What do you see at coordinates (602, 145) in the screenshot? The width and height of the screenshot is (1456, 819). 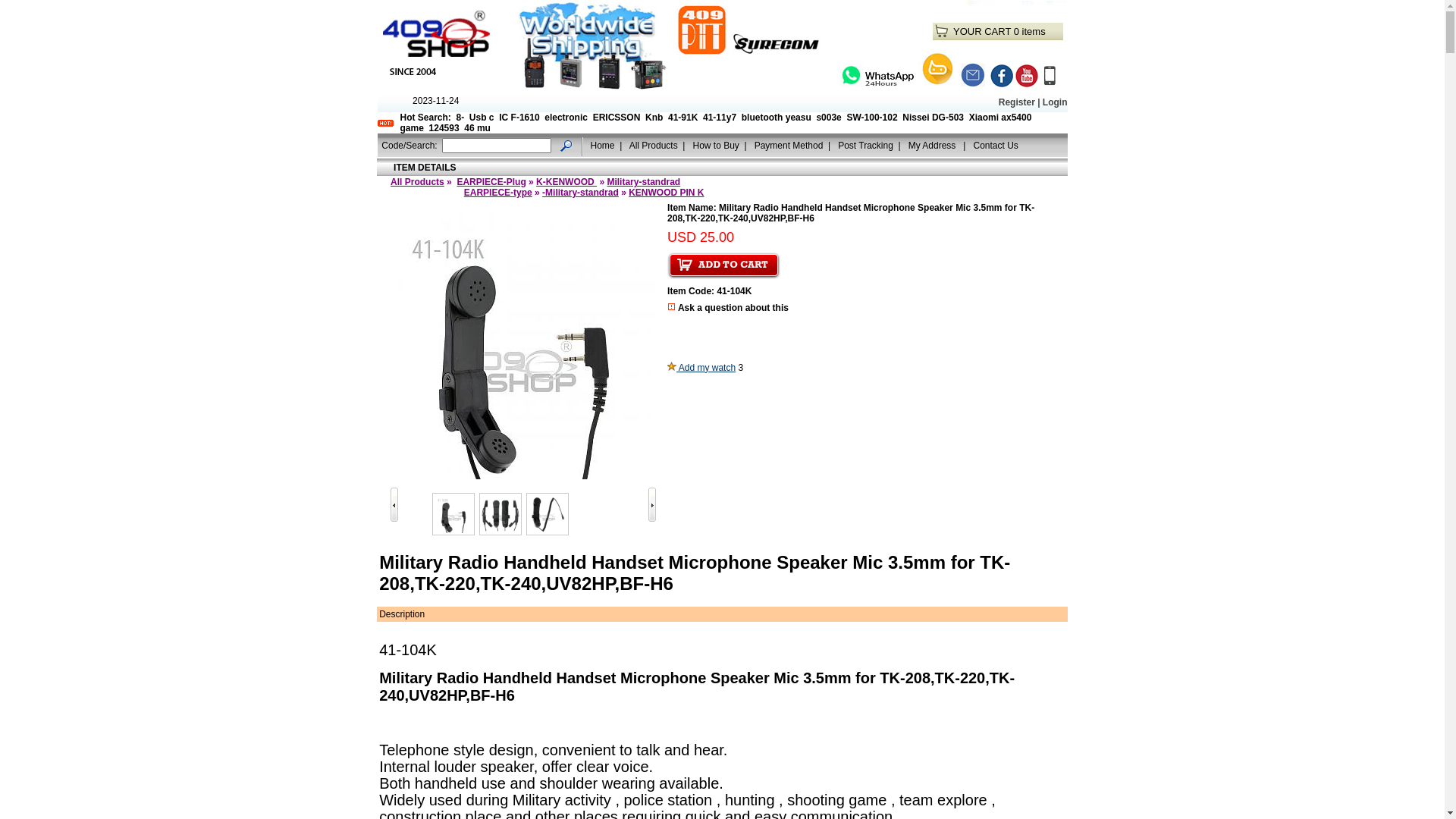 I see `'Home'` at bounding box center [602, 145].